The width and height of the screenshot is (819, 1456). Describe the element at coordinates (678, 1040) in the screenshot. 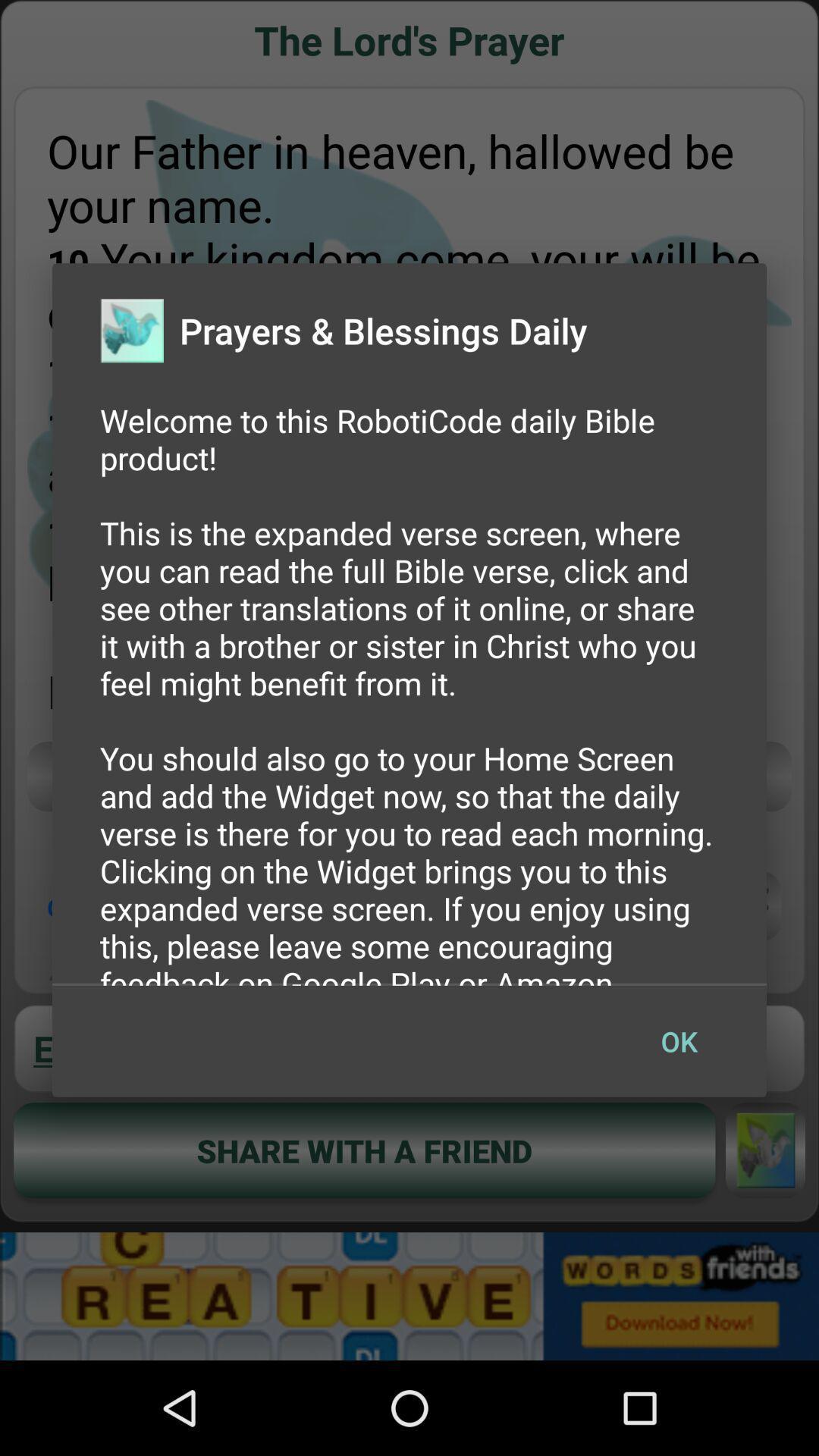

I see `icon below the welcome to this icon` at that location.